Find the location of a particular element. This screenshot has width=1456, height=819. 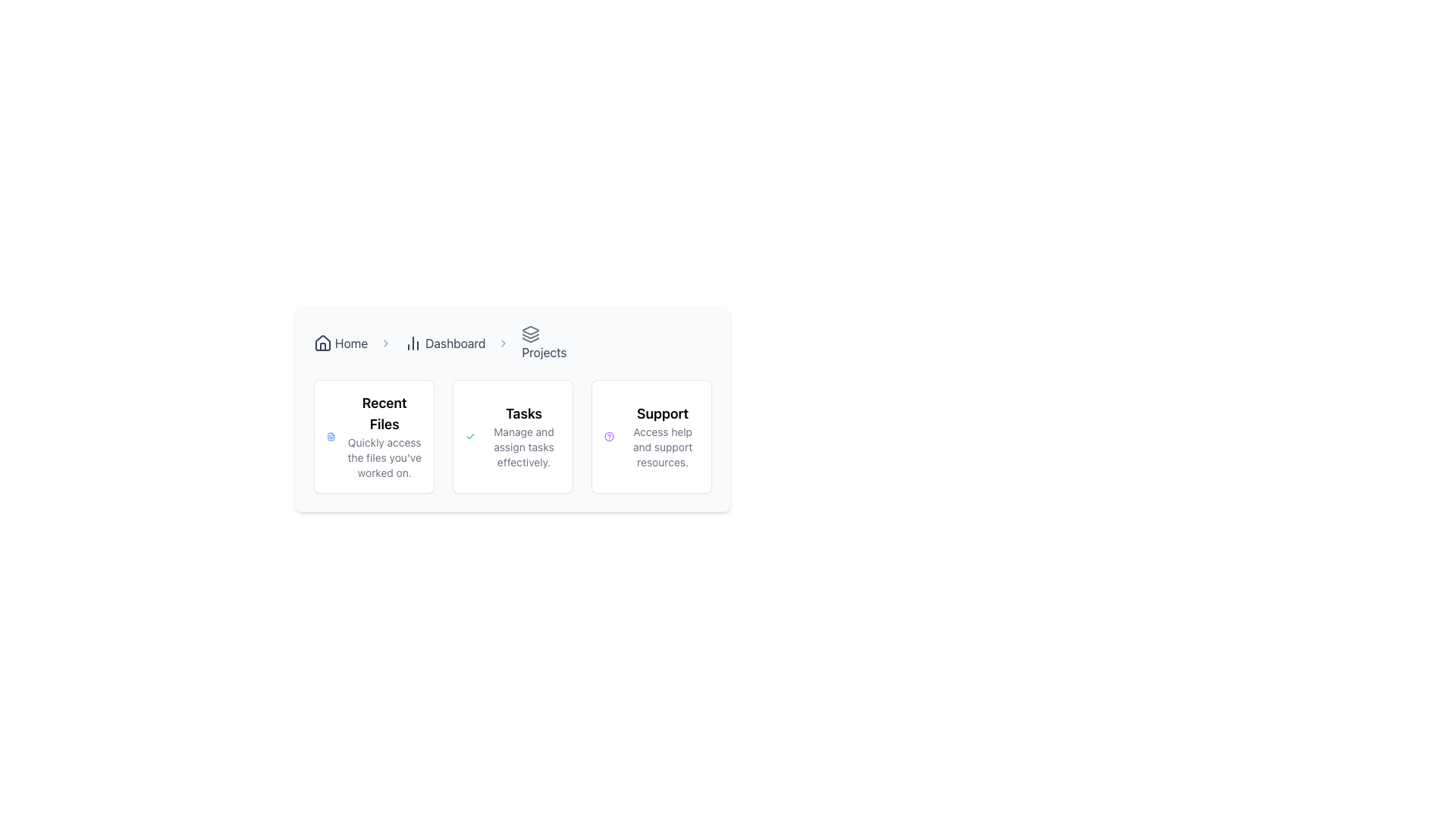

the central section of the Grid Layout is located at coordinates (513, 436).